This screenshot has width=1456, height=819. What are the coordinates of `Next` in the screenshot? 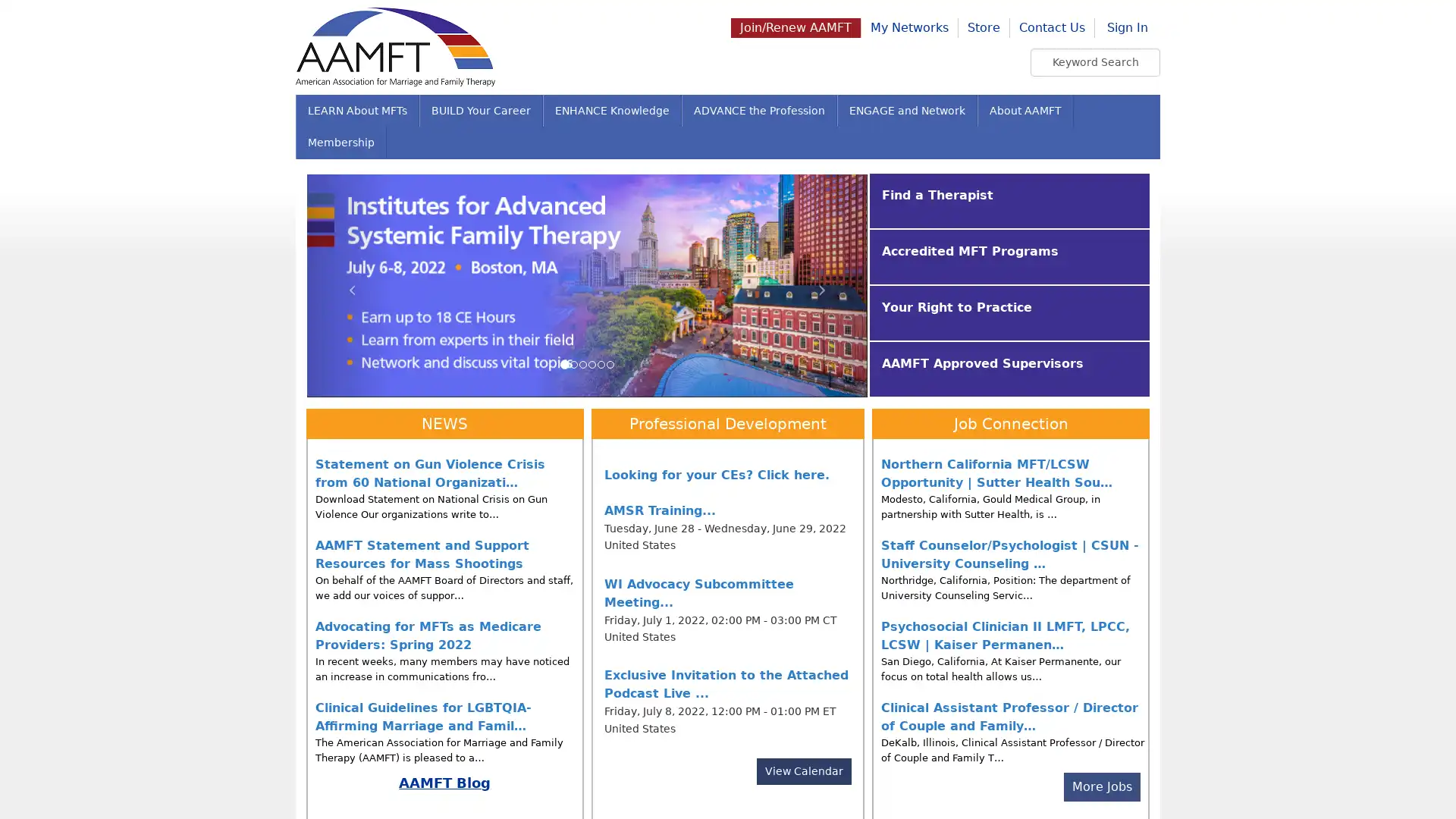 It's located at (824, 284).